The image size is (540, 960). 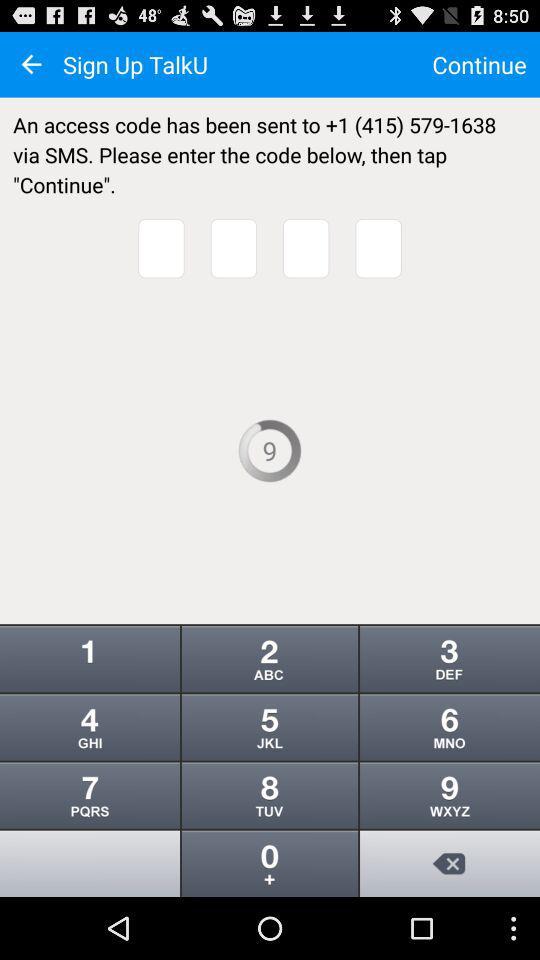 I want to click on the more icon, so click(x=449, y=777).